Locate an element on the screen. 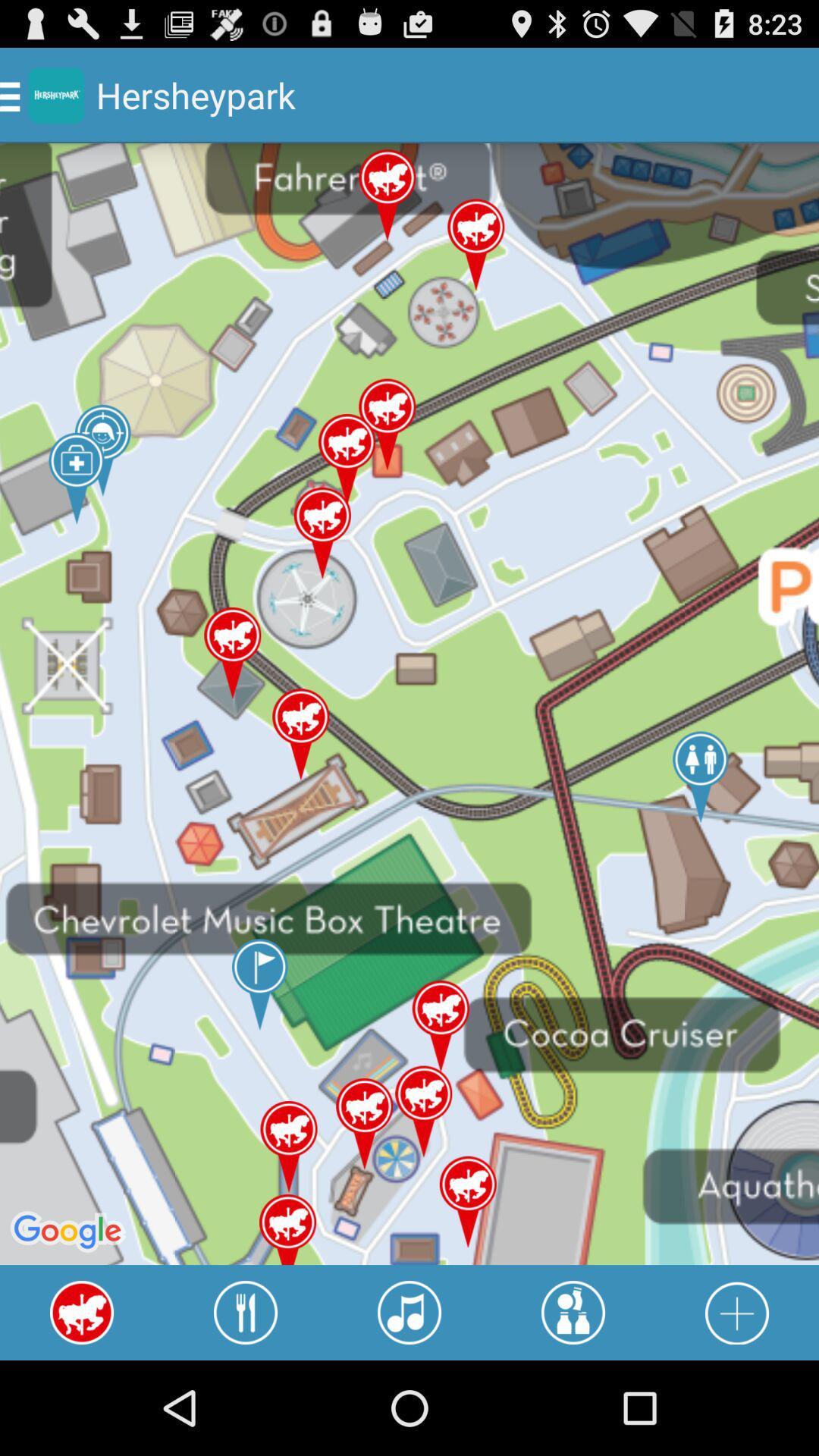 This screenshot has height=1456, width=819. food locations is located at coordinates (245, 1312).